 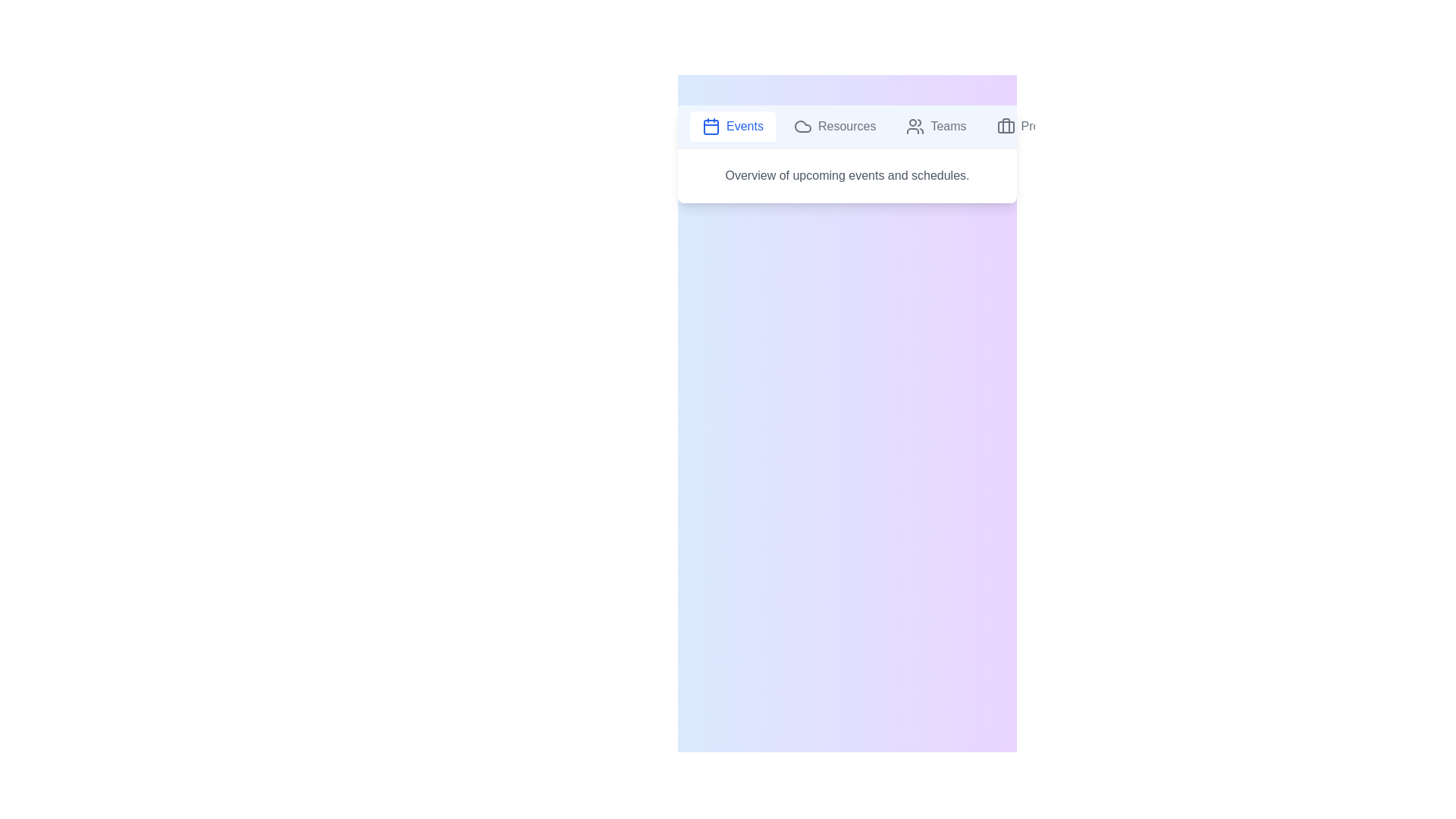 What do you see at coordinates (834, 125) in the screenshot?
I see `the tab labeled Resources to display its content` at bounding box center [834, 125].